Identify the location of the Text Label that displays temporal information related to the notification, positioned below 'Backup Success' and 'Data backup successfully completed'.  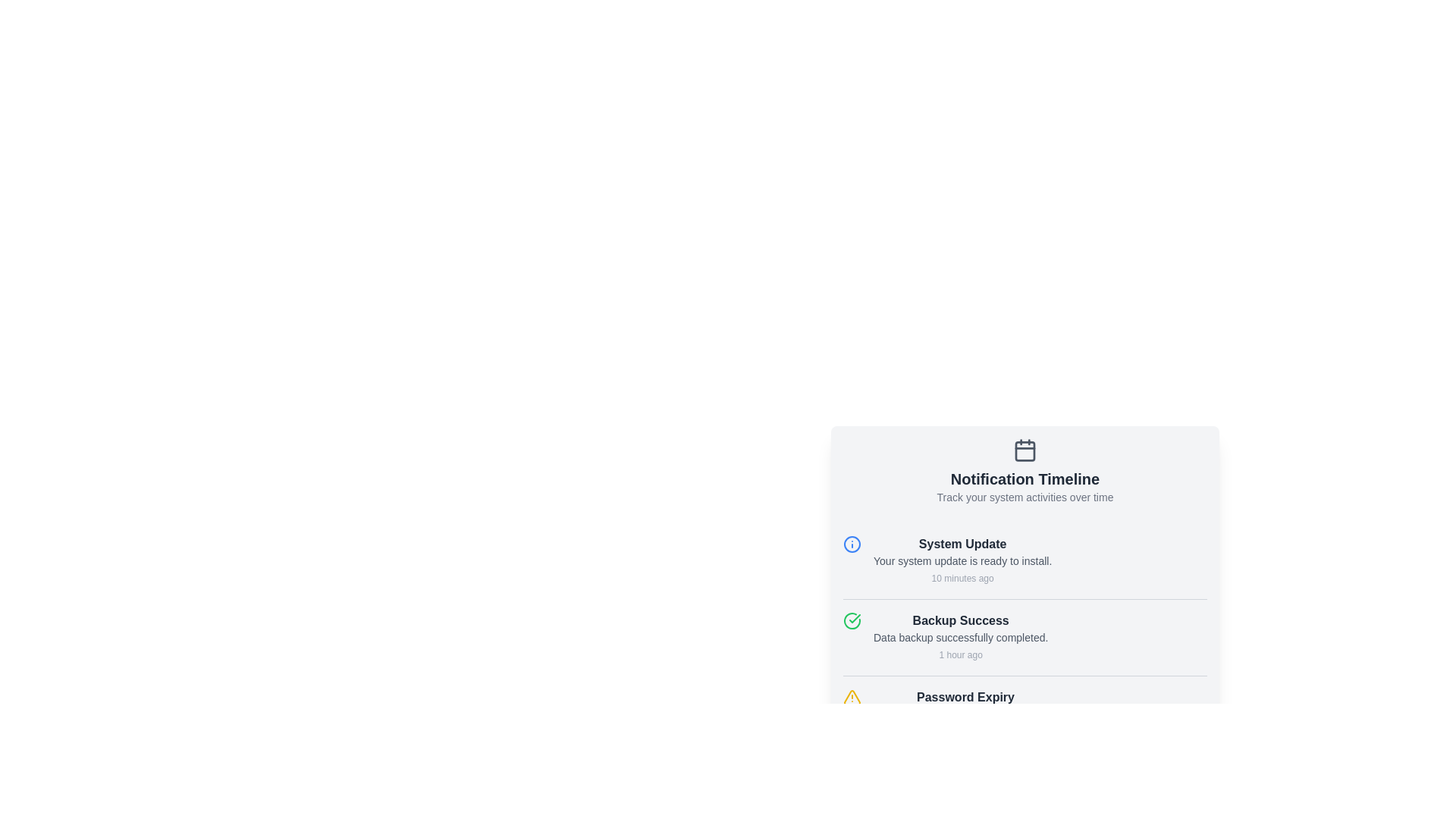
(960, 654).